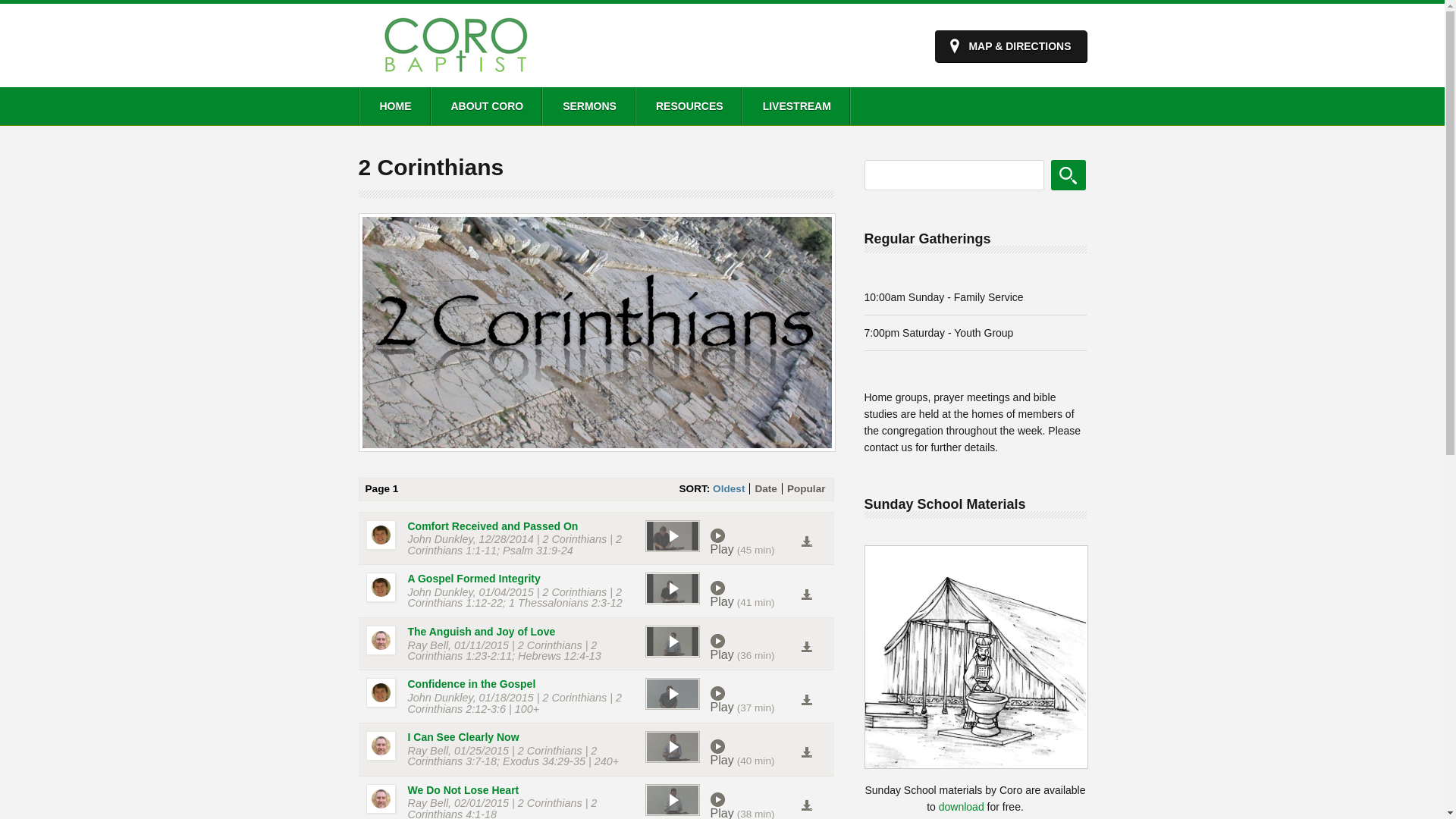 This screenshot has height=819, width=1456. I want to click on 'Date', so click(765, 488).